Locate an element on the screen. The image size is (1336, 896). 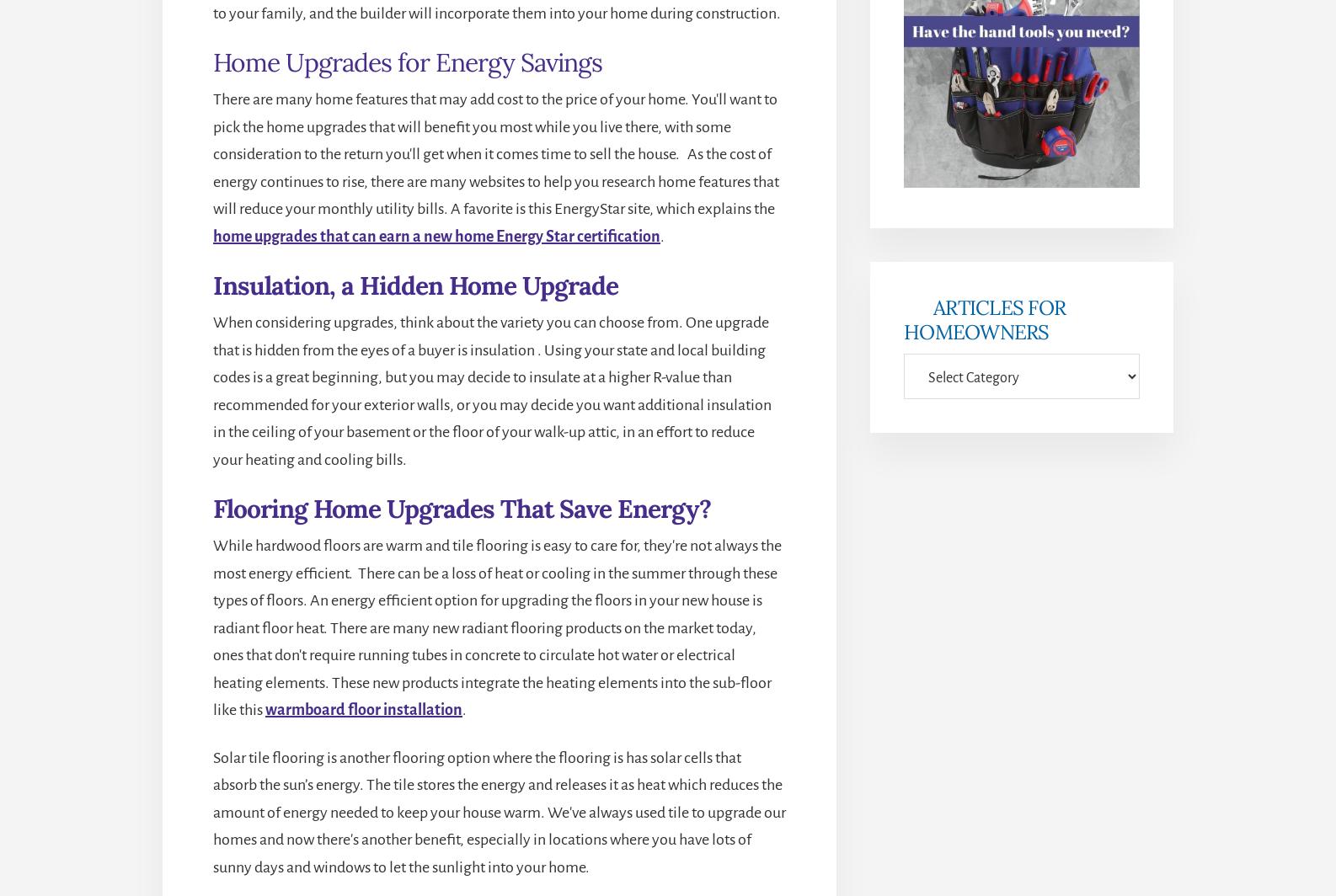
'Copyright © 2023 ·' is located at coordinates (521, 763).